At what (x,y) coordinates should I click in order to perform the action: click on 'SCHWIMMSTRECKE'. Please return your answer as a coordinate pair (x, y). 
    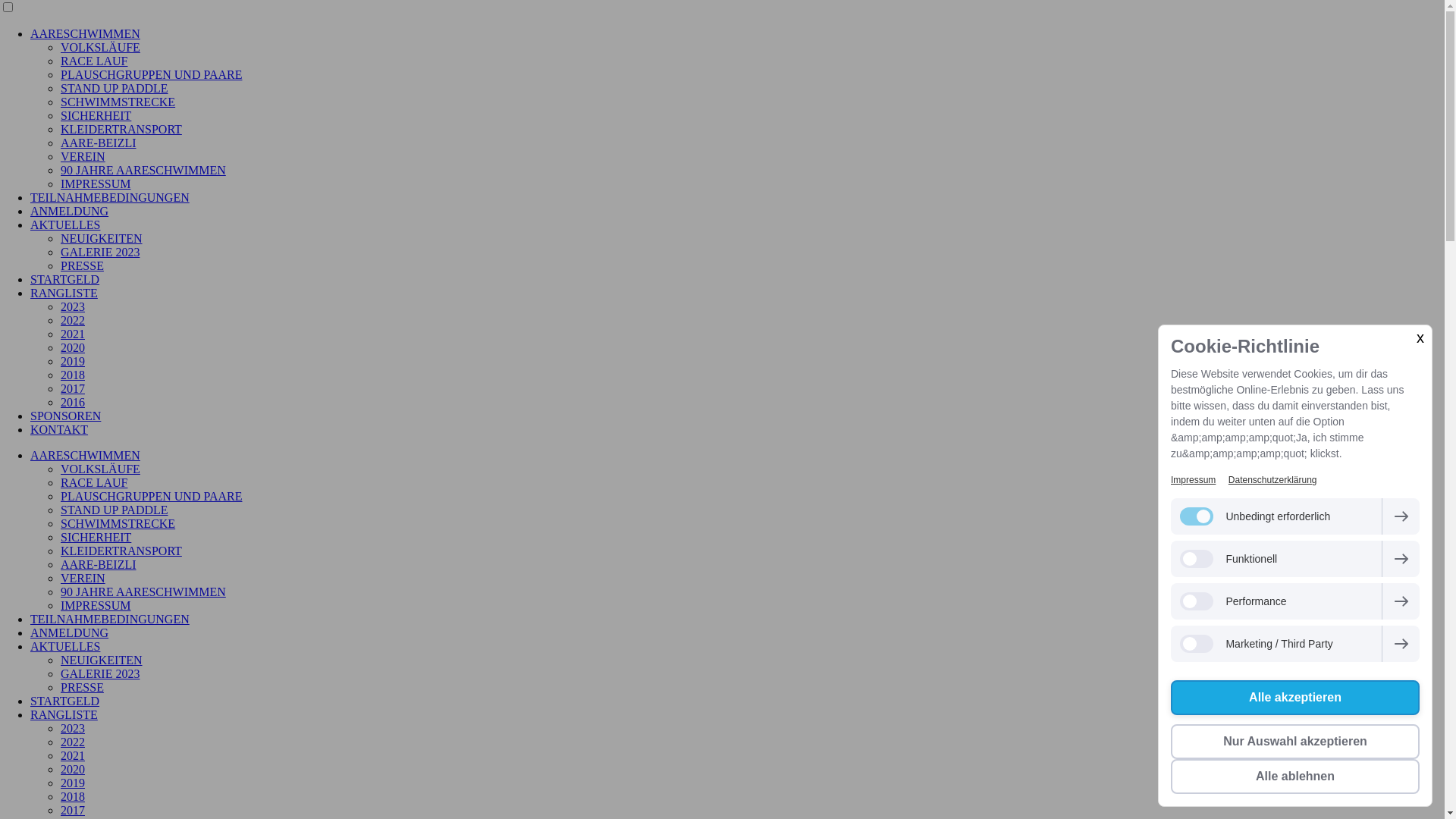
    Looking at the image, I should click on (117, 522).